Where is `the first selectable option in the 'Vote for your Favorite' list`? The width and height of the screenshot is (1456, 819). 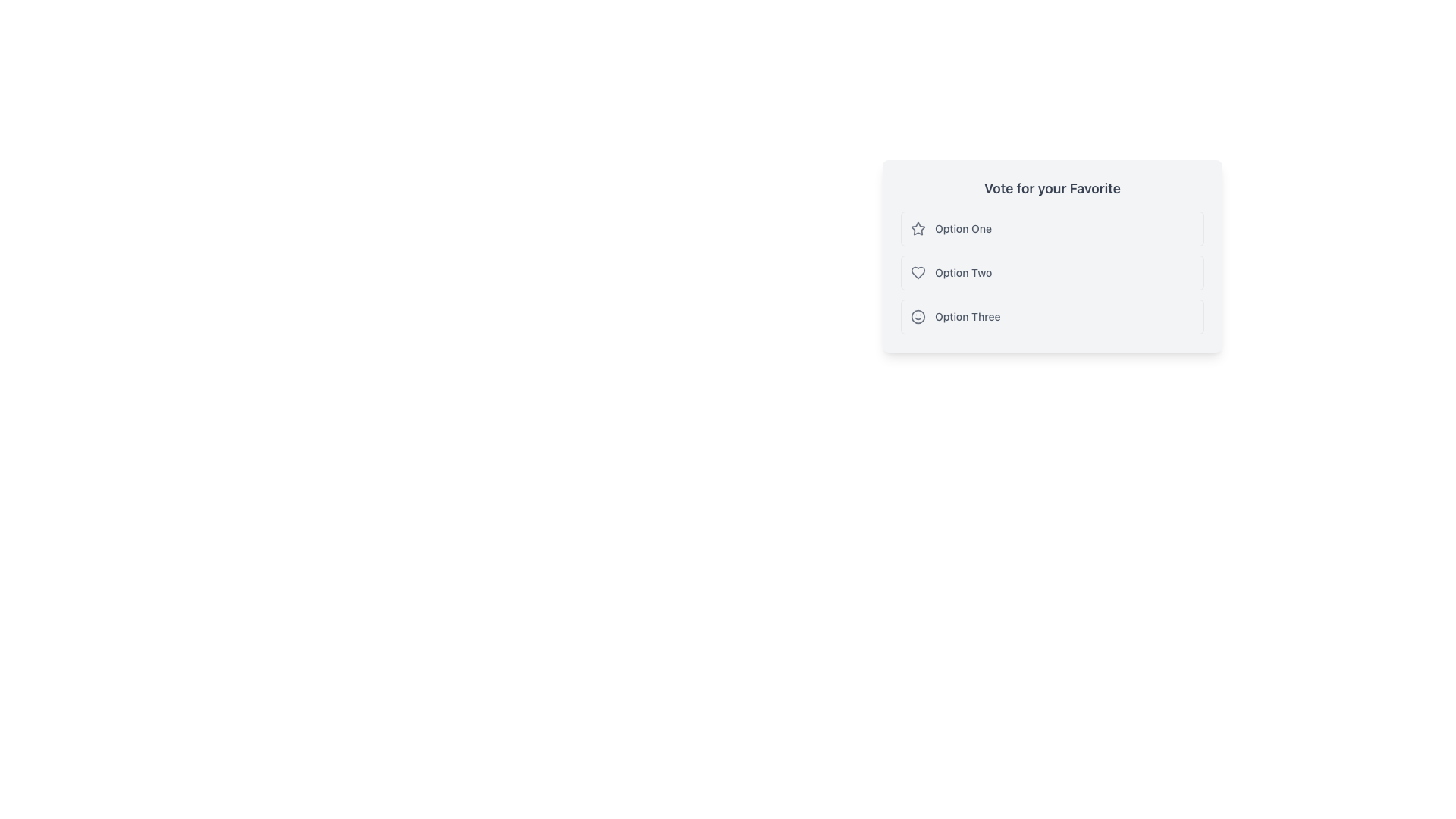
the first selectable option in the 'Vote for your Favorite' list is located at coordinates (1051, 228).